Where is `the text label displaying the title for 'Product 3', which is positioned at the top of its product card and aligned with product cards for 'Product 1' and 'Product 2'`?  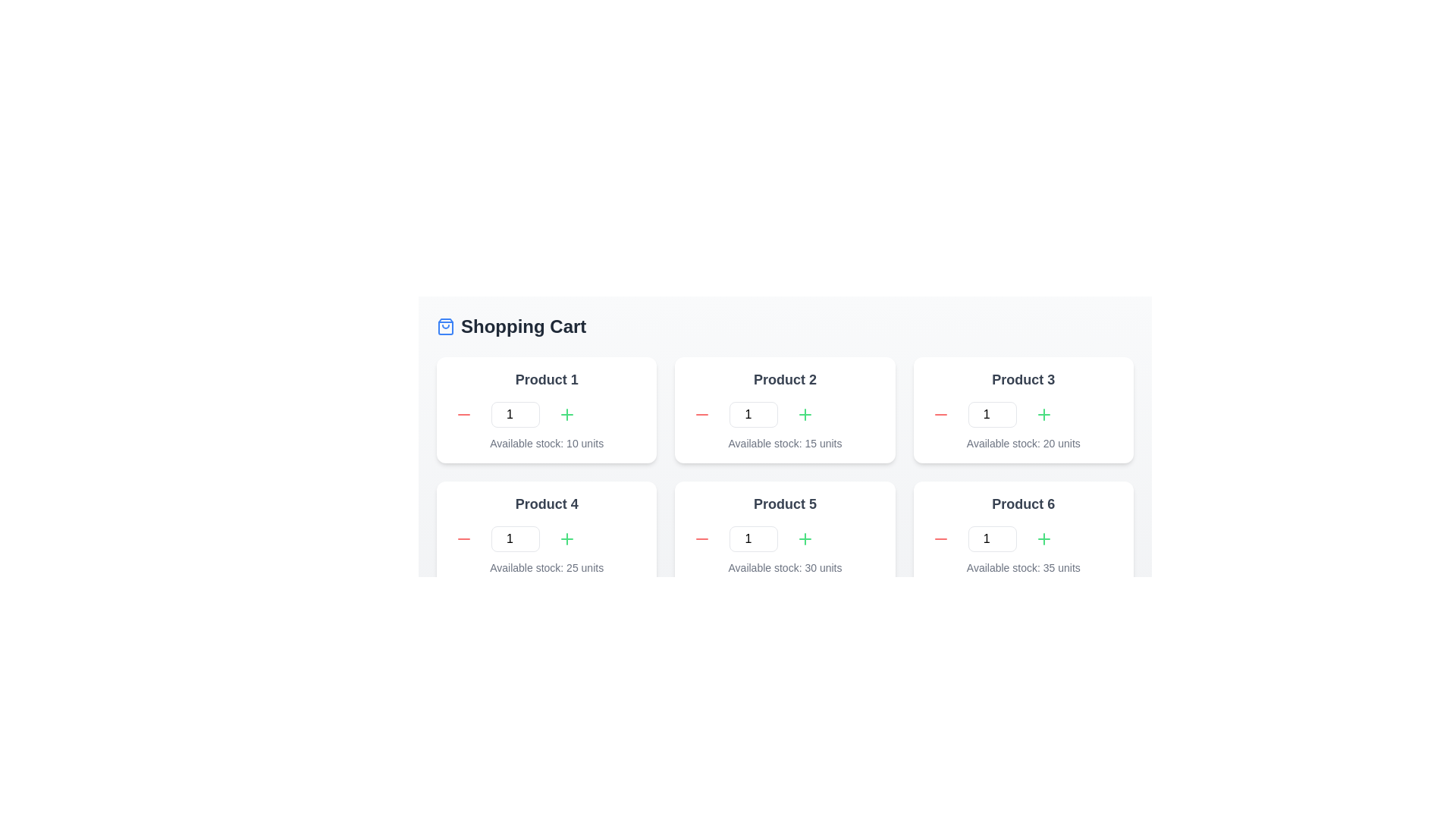
the text label displaying the title for 'Product 3', which is positioned at the top of its product card and aligned with product cards for 'Product 1' and 'Product 2' is located at coordinates (1023, 379).